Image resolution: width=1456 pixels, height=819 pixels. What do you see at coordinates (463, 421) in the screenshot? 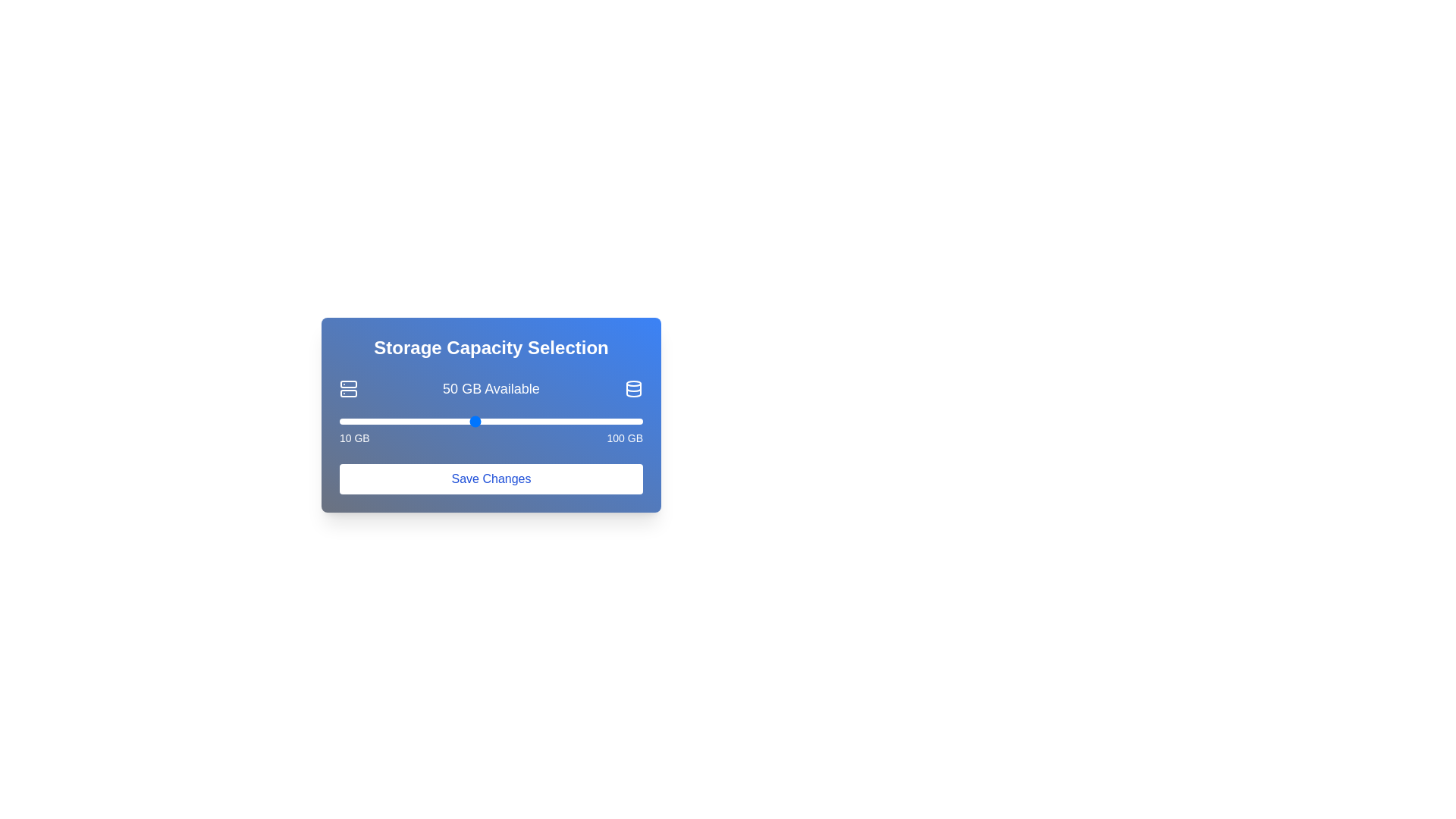
I see `the storage slider to set the storage capacity to 47 GB` at bounding box center [463, 421].